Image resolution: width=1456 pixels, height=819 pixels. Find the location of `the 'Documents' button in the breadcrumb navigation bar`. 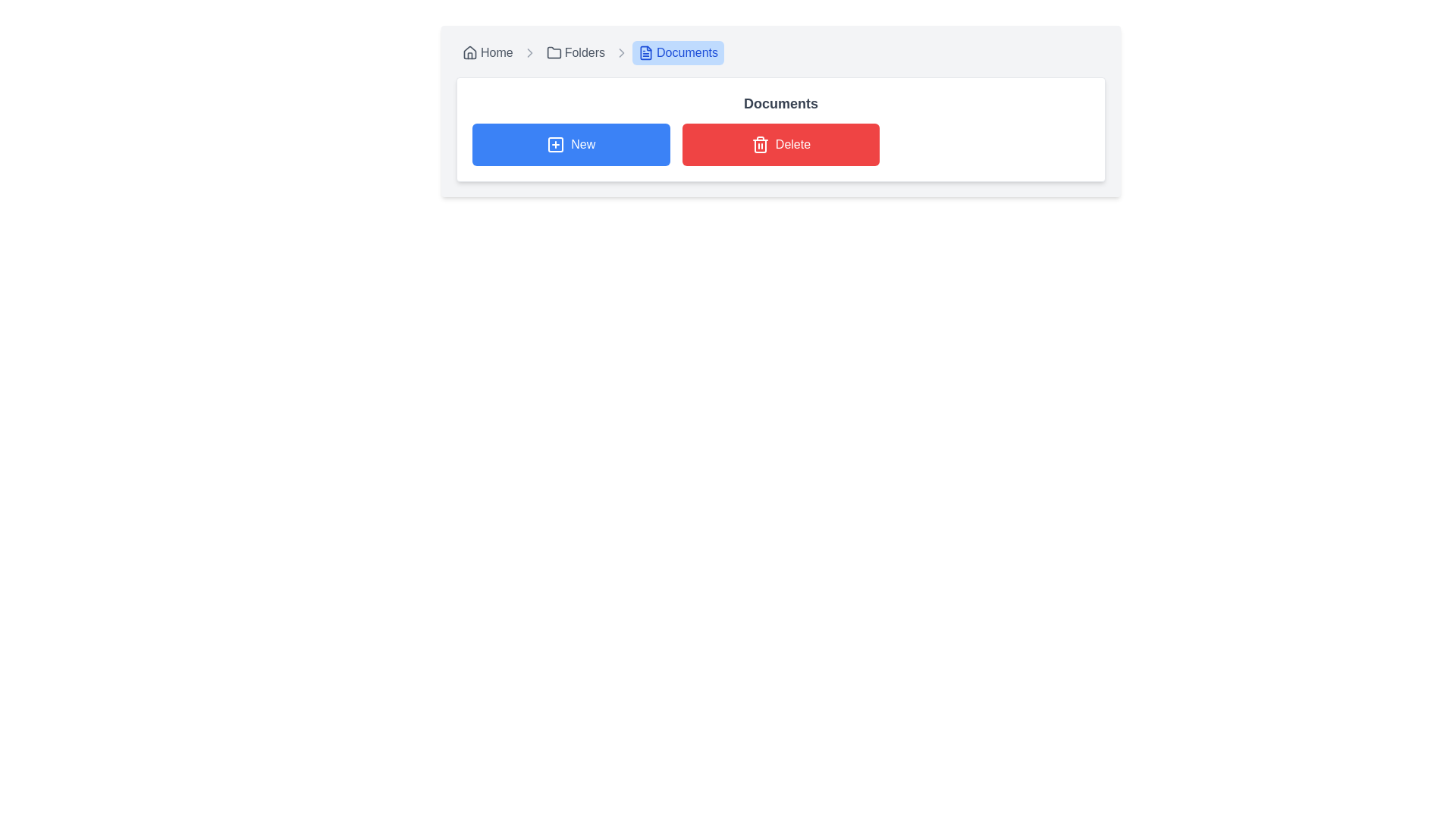

the 'Documents' button in the breadcrumb navigation bar is located at coordinates (677, 52).